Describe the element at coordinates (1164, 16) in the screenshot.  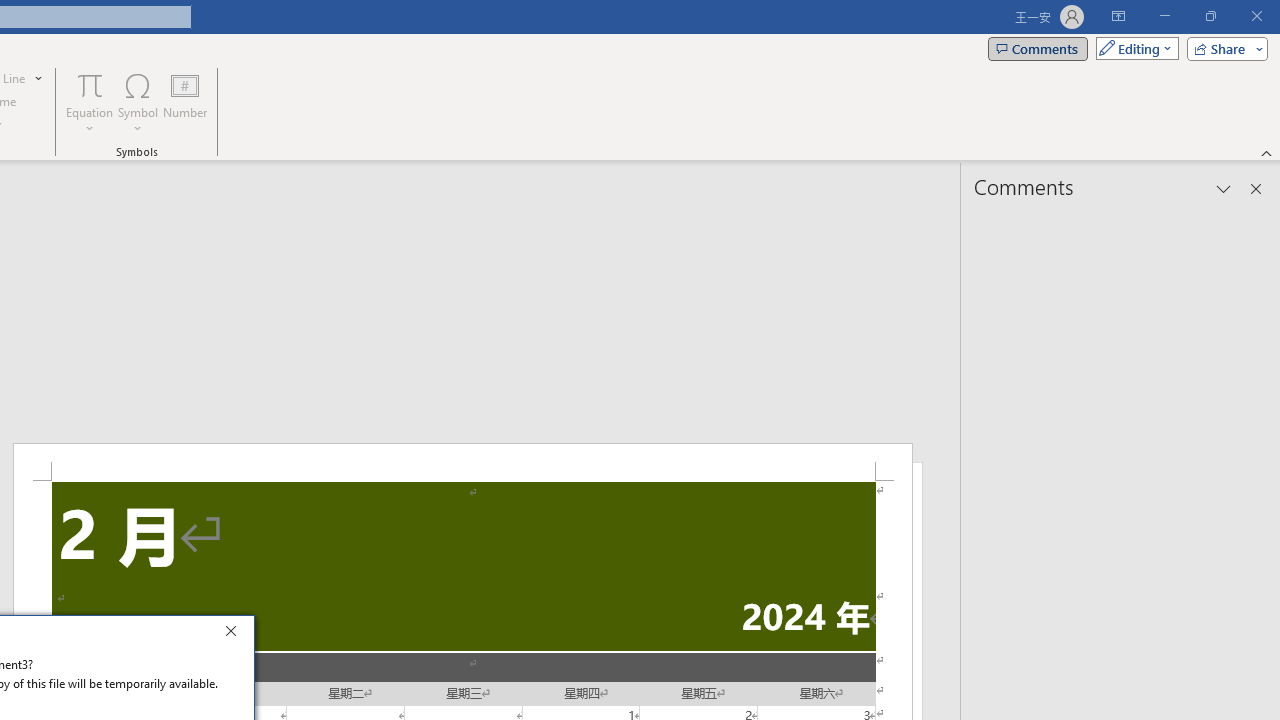
I see `'Minimize'` at that location.